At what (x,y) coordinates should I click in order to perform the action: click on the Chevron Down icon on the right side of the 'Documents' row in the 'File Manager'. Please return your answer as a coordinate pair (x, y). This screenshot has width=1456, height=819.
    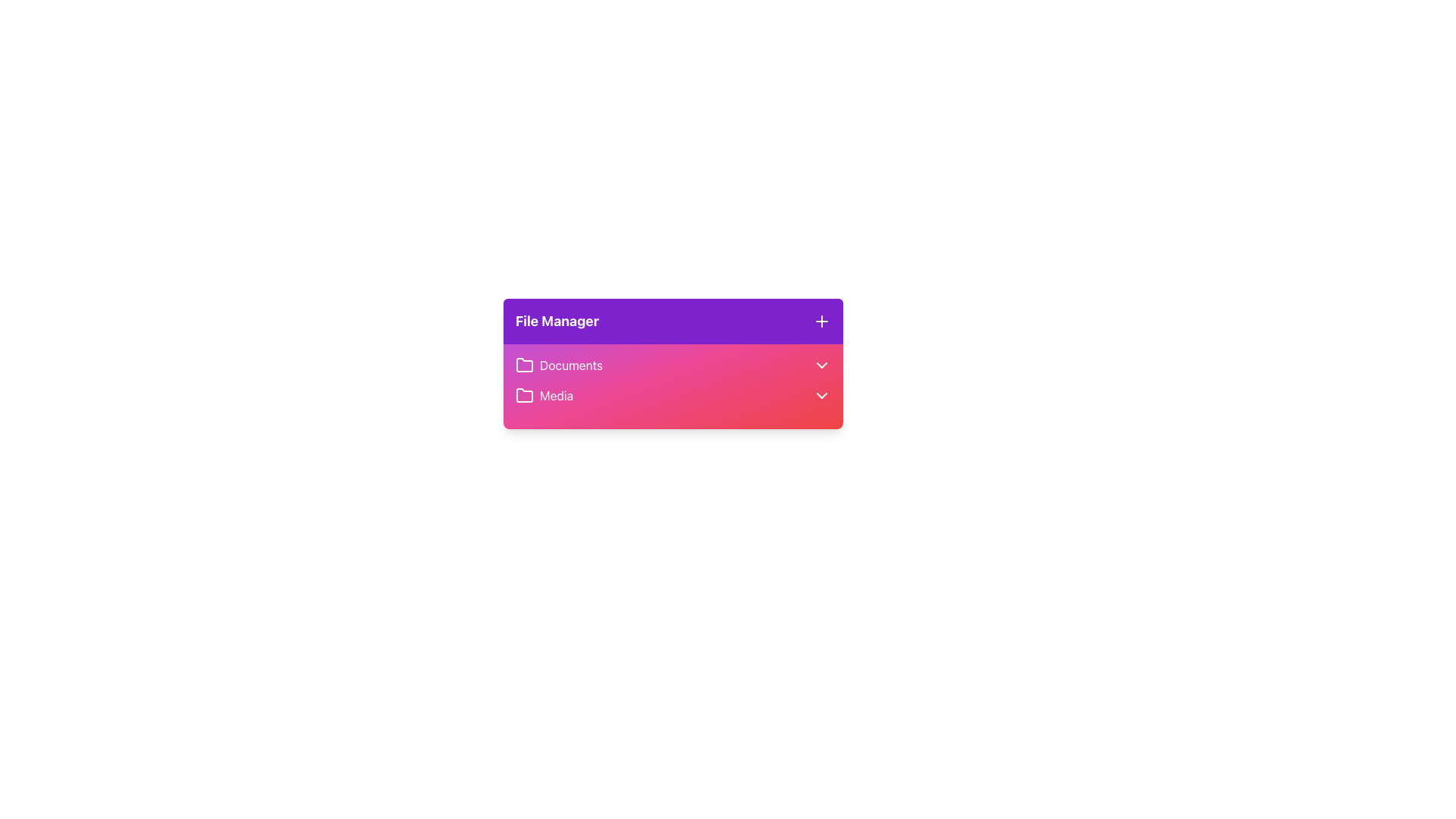
    Looking at the image, I should click on (821, 366).